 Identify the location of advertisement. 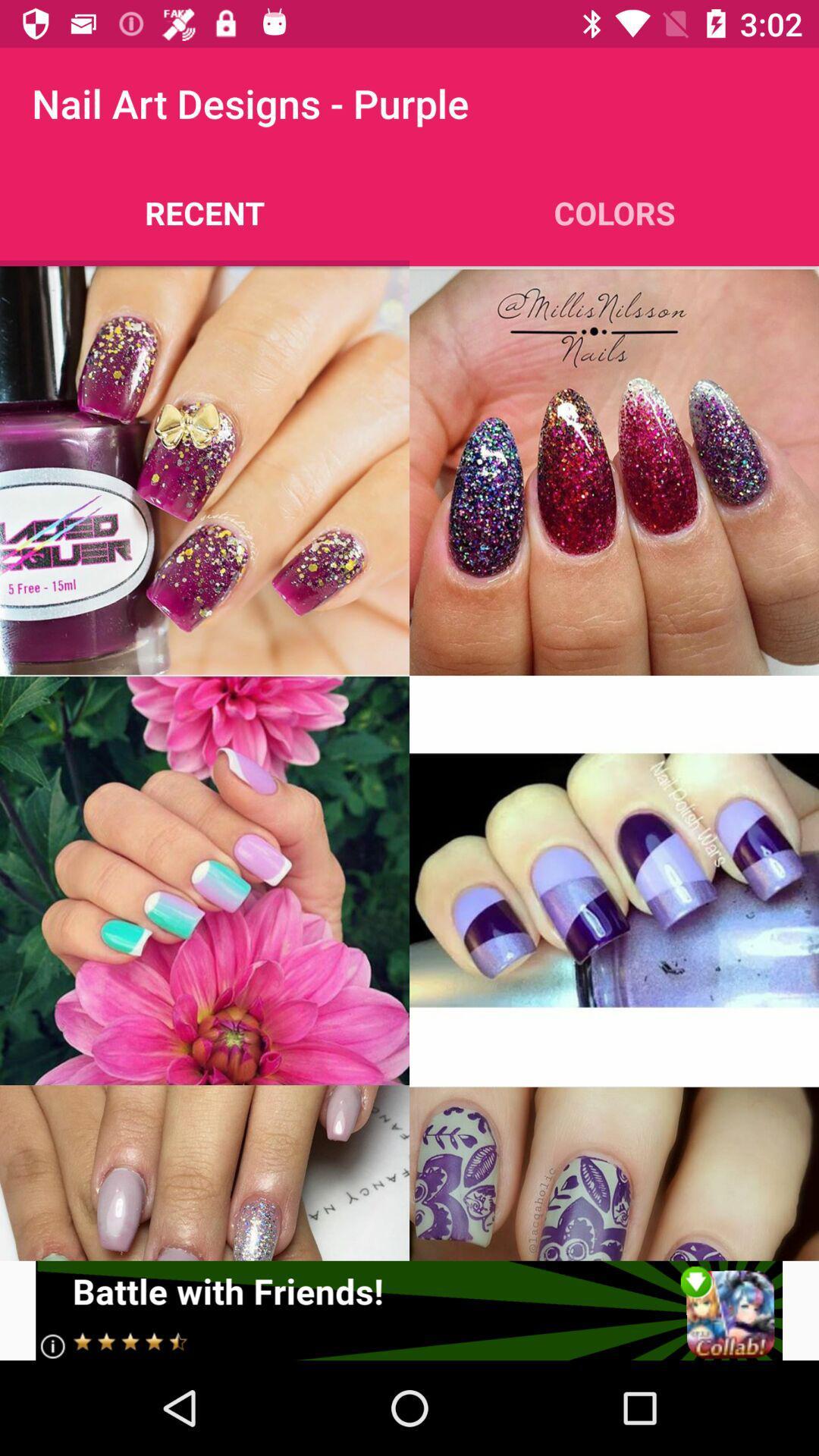
(408, 1310).